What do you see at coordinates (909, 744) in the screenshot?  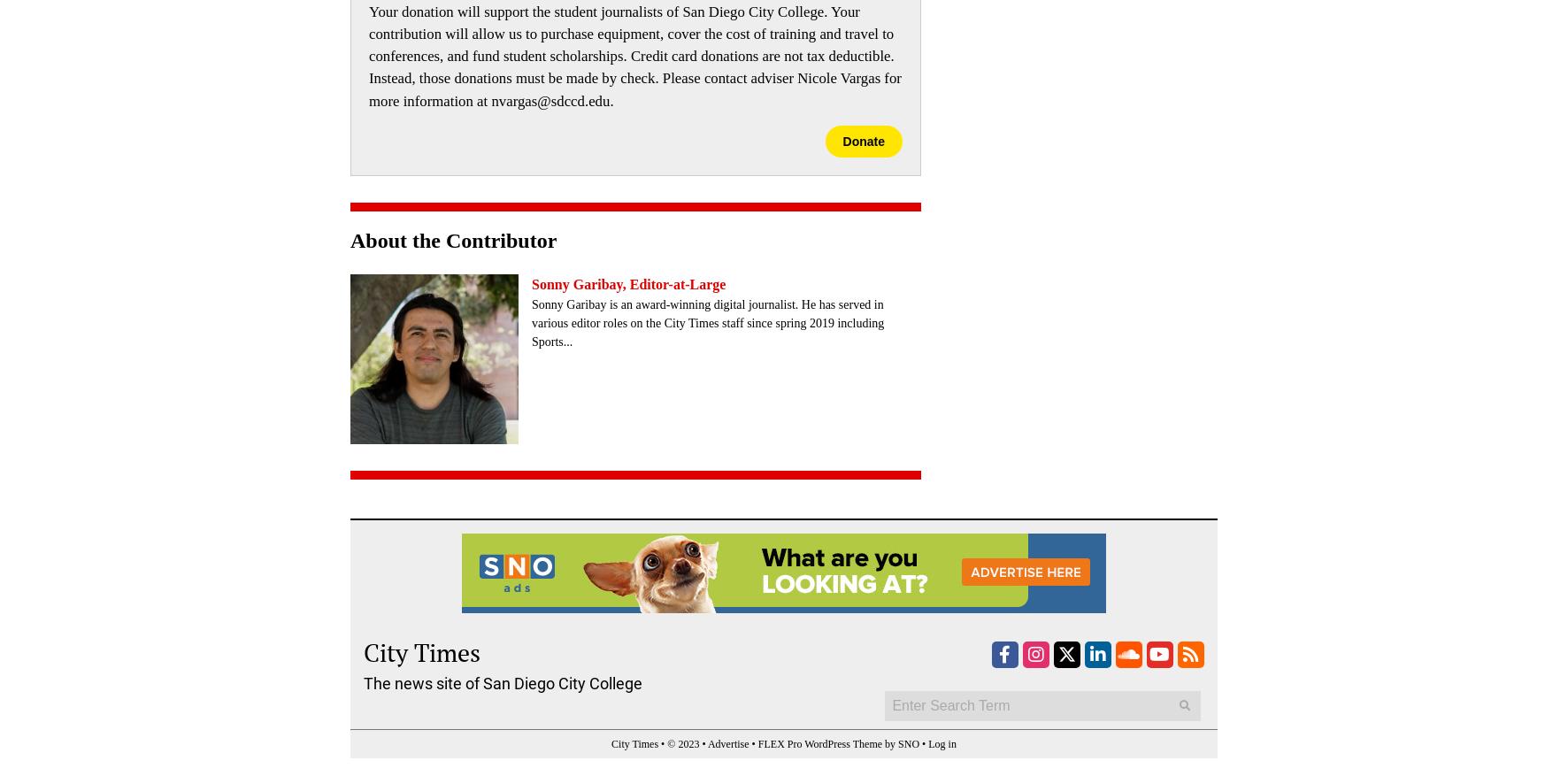 I see `'SNO'` at bounding box center [909, 744].